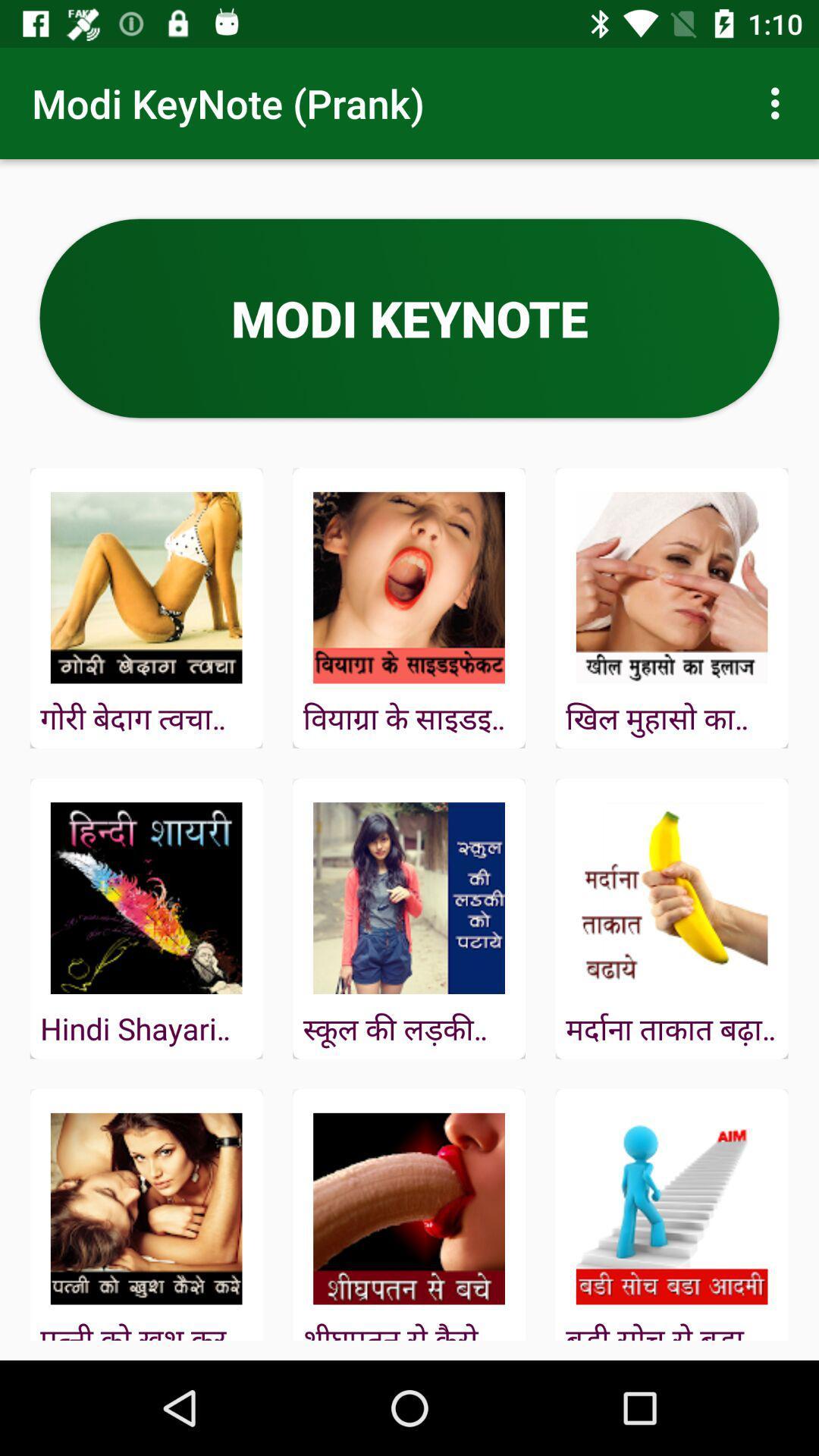 The image size is (819, 1456). I want to click on item at the top right corner, so click(779, 102).